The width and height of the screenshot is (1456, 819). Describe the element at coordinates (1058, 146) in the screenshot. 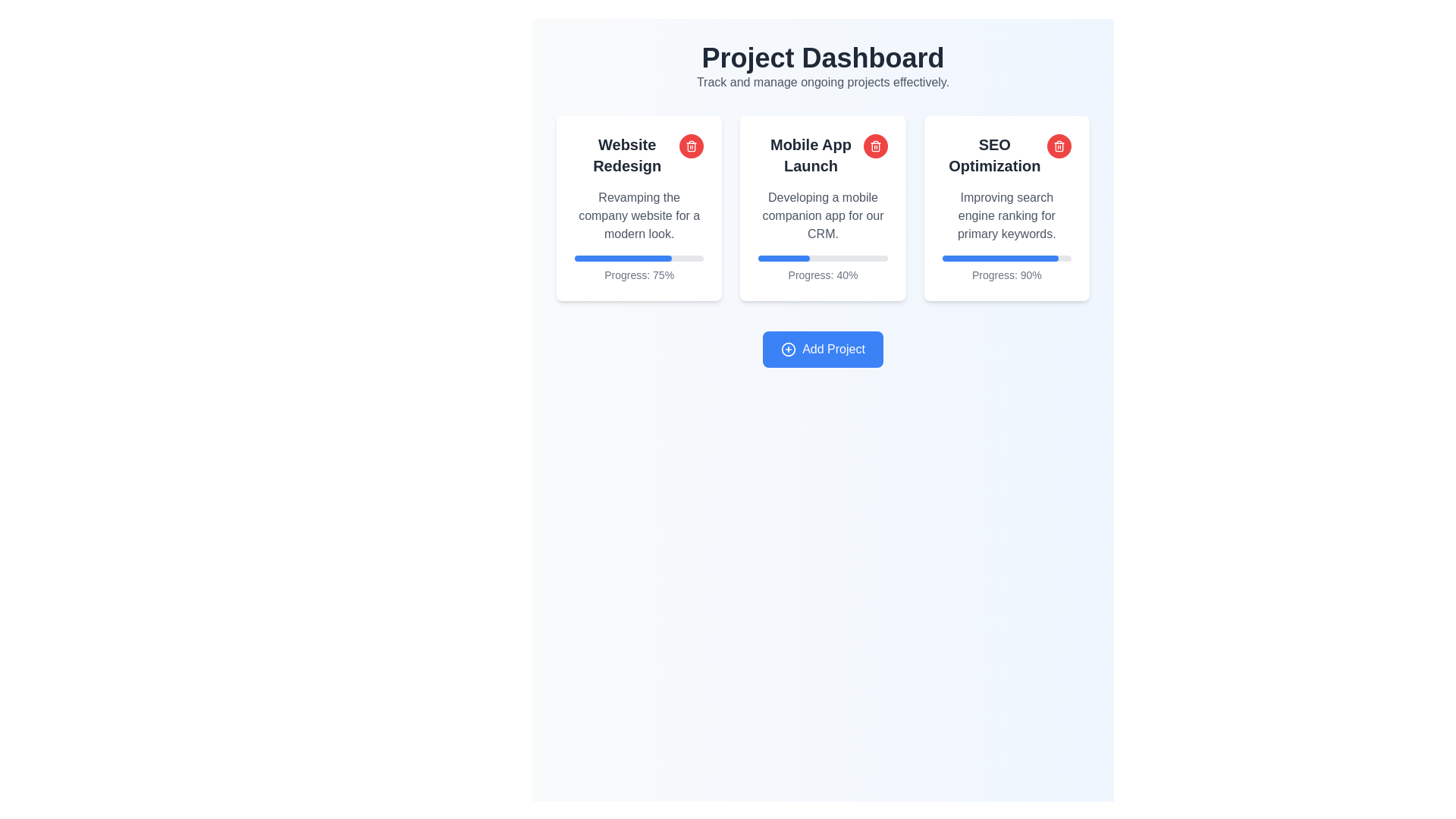

I see `the circular red button with a white trash bin icon located at the top right of the 'SEO Optimization' card` at that location.